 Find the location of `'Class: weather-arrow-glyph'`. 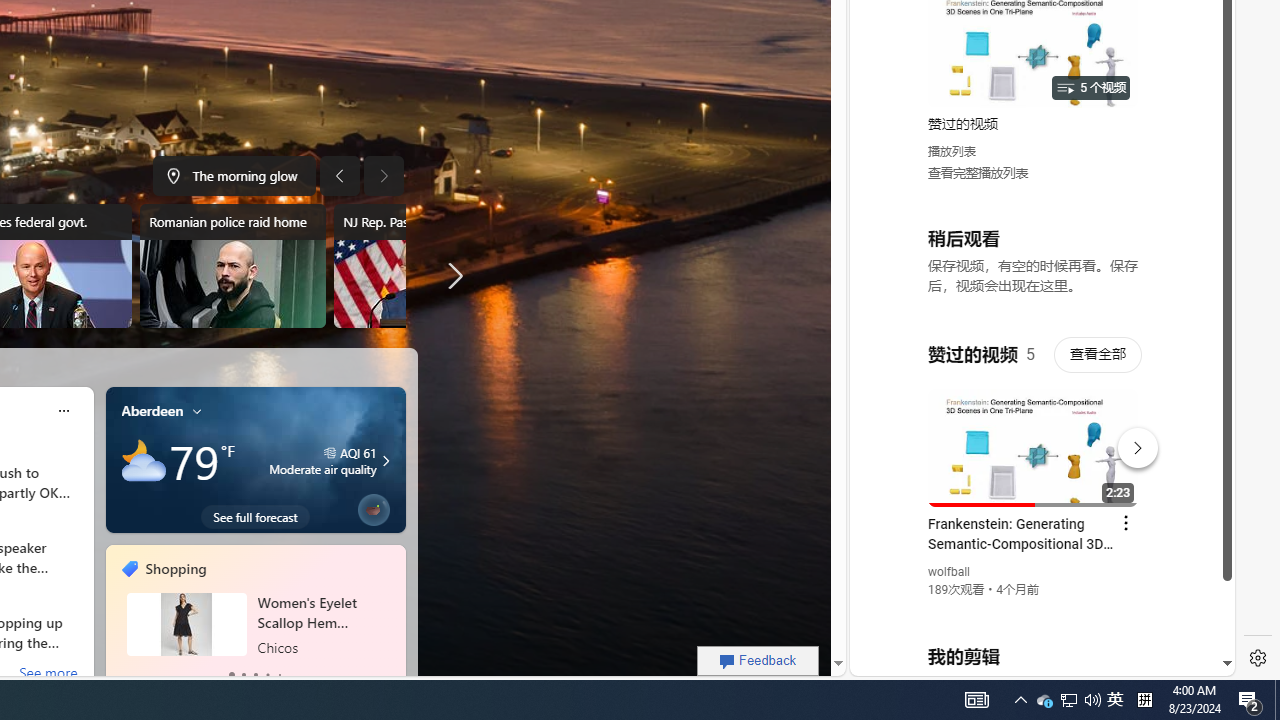

'Class: weather-arrow-glyph' is located at coordinates (385, 461).